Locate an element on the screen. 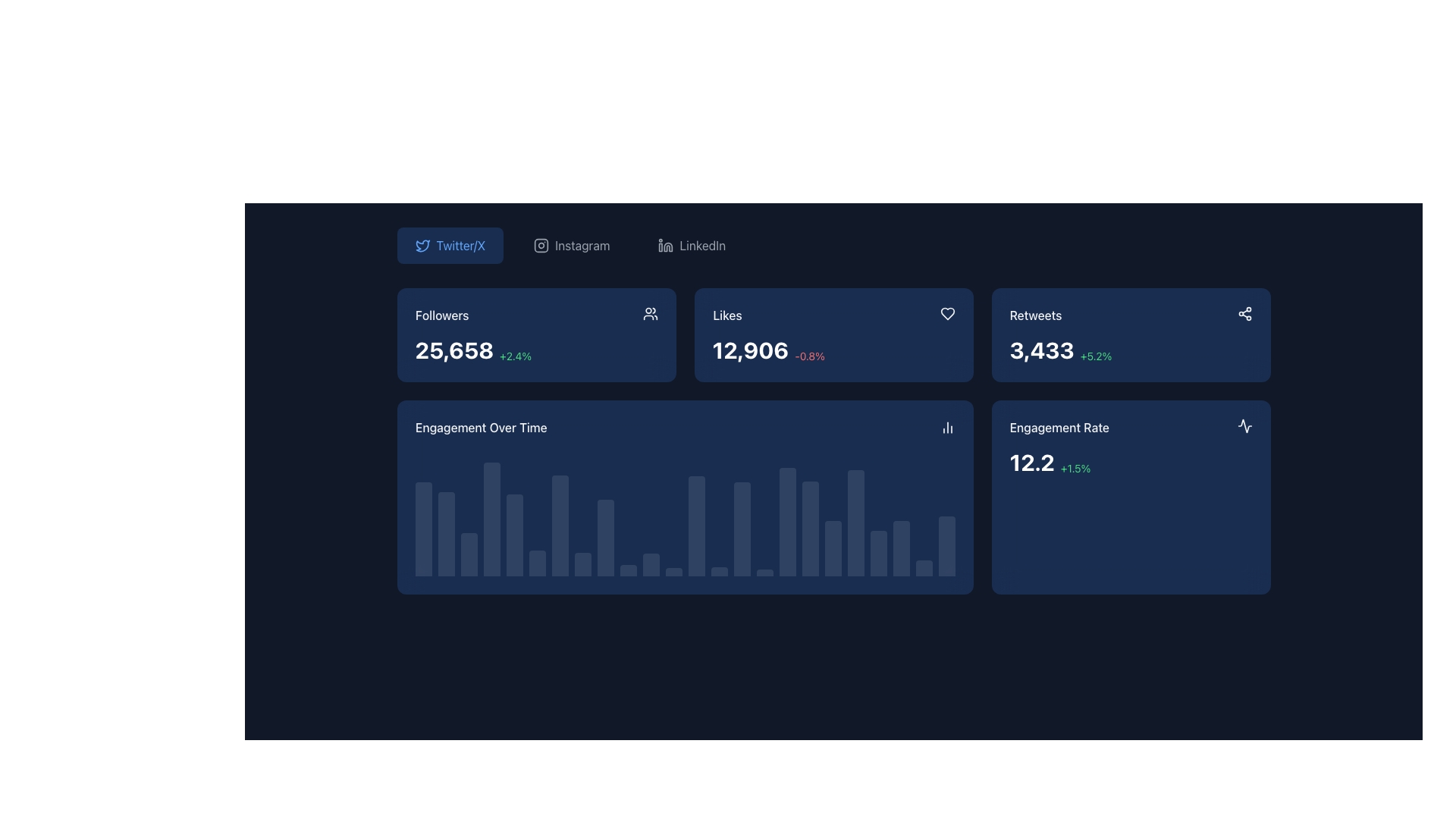  the data presented in the Visual data card located in the second row of the grid layout, directly below the 'Followers' and 'Likes' cards is located at coordinates (684, 497).